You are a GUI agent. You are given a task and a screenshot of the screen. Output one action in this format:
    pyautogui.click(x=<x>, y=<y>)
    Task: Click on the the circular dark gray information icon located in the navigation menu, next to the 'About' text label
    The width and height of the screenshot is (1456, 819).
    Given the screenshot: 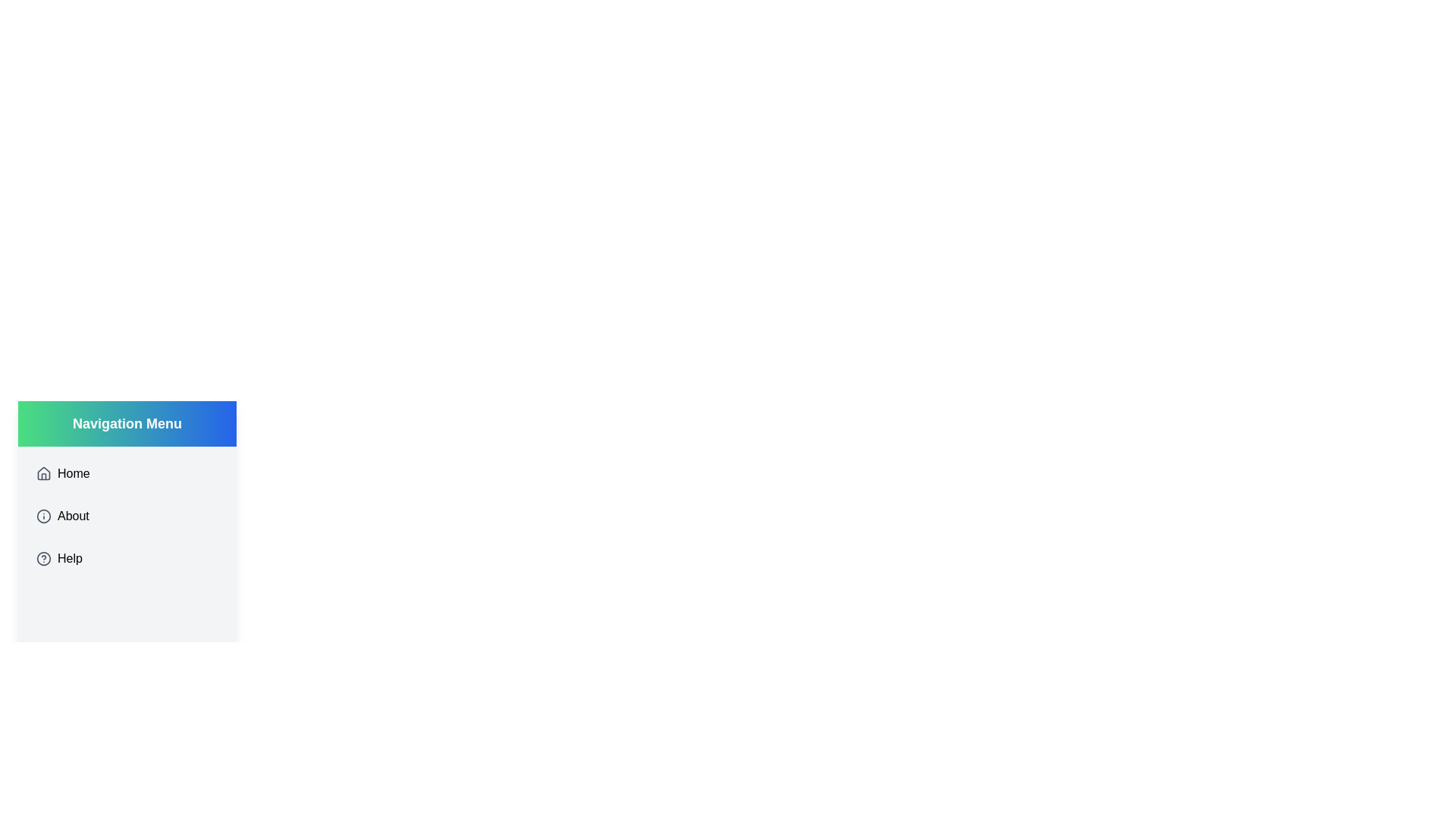 What is the action you would take?
    pyautogui.click(x=43, y=516)
    